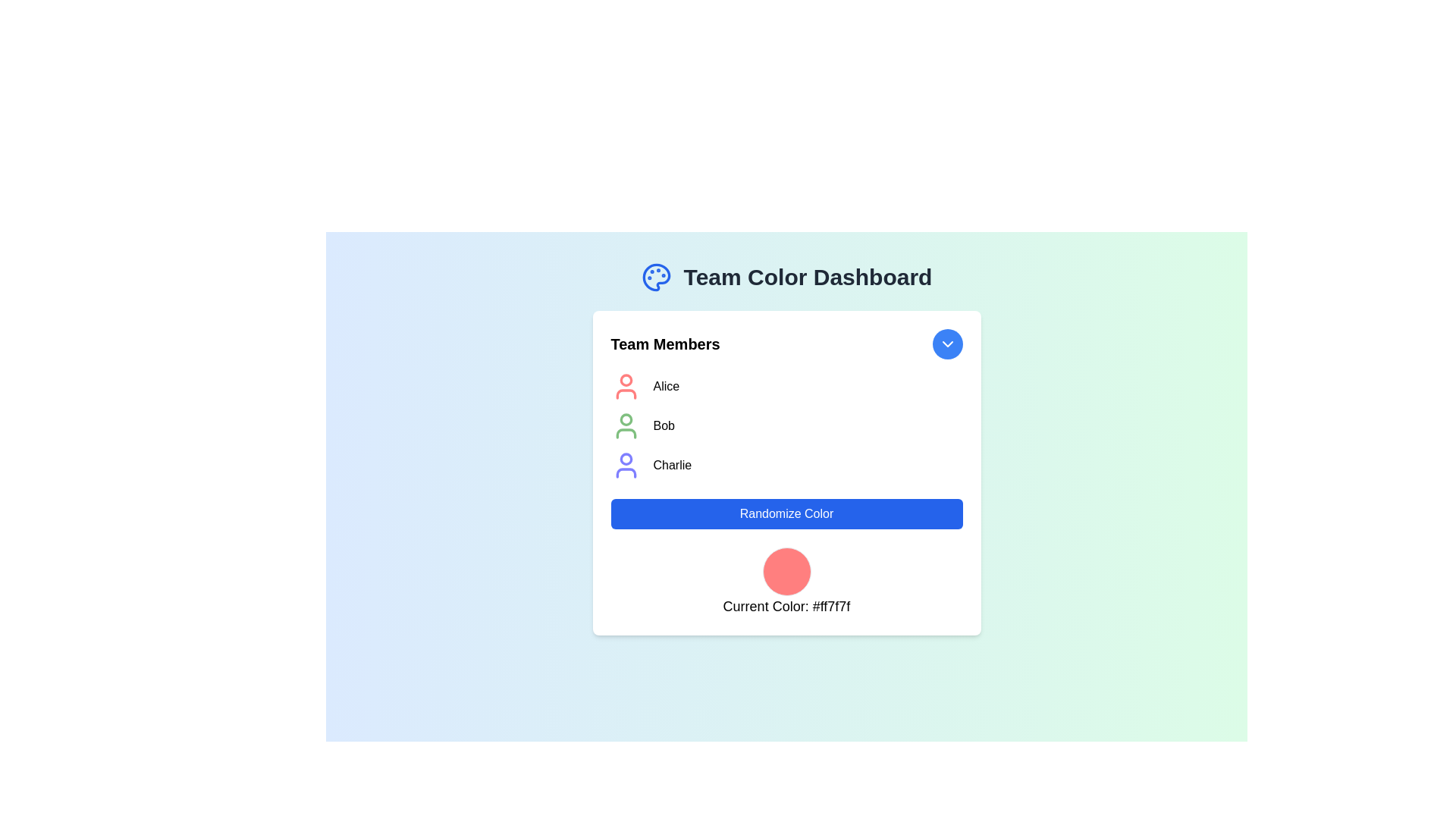 Image resolution: width=1456 pixels, height=819 pixels. What do you see at coordinates (626, 426) in the screenshot?
I see `the User icon representing 'Bob' in the 'Team Members' list` at bounding box center [626, 426].